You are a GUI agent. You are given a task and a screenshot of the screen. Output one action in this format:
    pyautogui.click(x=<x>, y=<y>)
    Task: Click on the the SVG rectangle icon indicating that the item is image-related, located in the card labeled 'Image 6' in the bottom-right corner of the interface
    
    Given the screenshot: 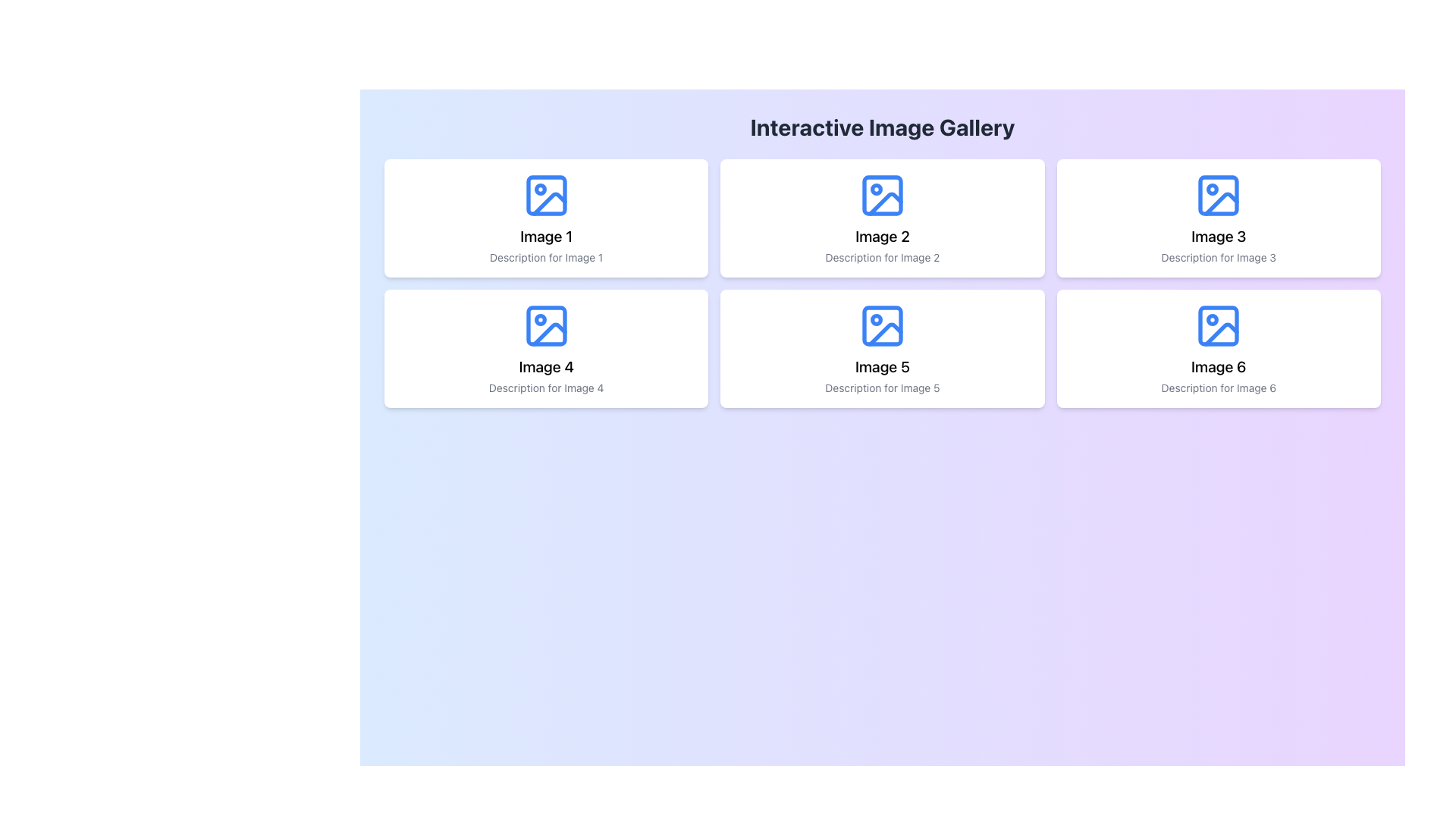 What is the action you would take?
    pyautogui.click(x=1219, y=325)
    